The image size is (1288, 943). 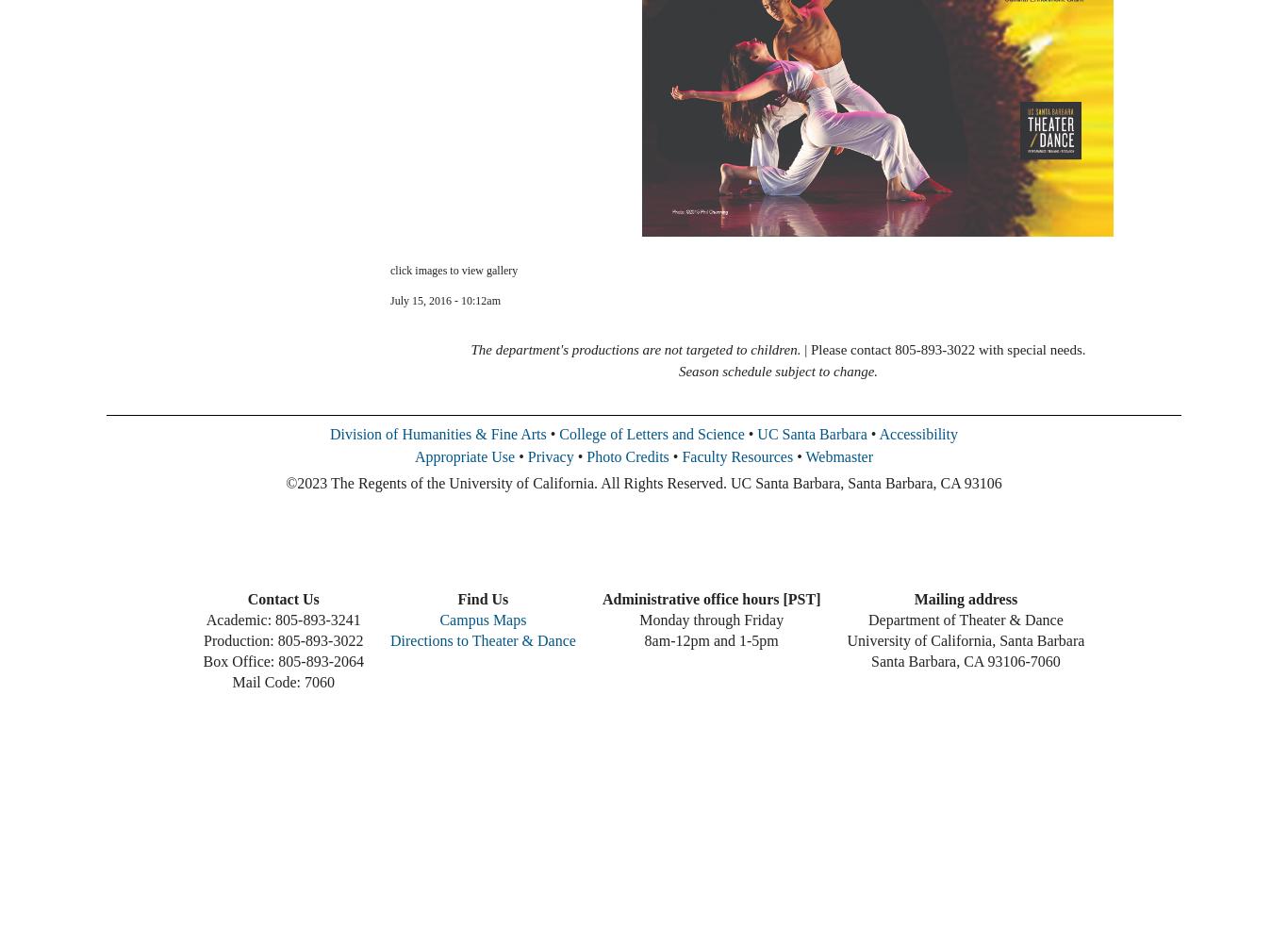 What do you see at coordinates (482, 599) in the screenshot?
I see `'Find Us'` at bounding box center [482, 599].